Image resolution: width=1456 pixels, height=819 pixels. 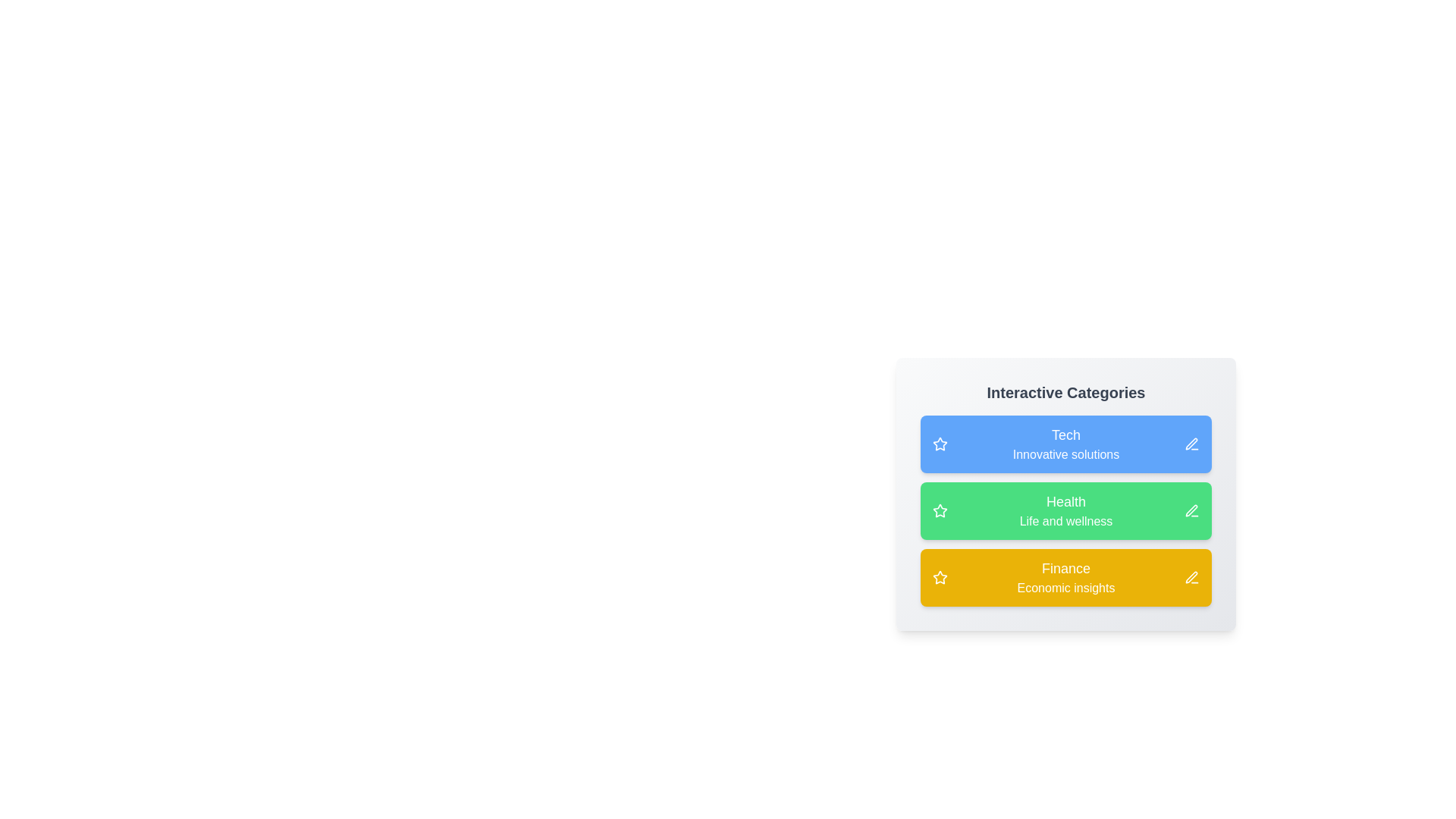 What do you see at coordinates (939, 444) in the screenshot?
I see `star icon next to the category Tech` at bounding box center [939, 444].